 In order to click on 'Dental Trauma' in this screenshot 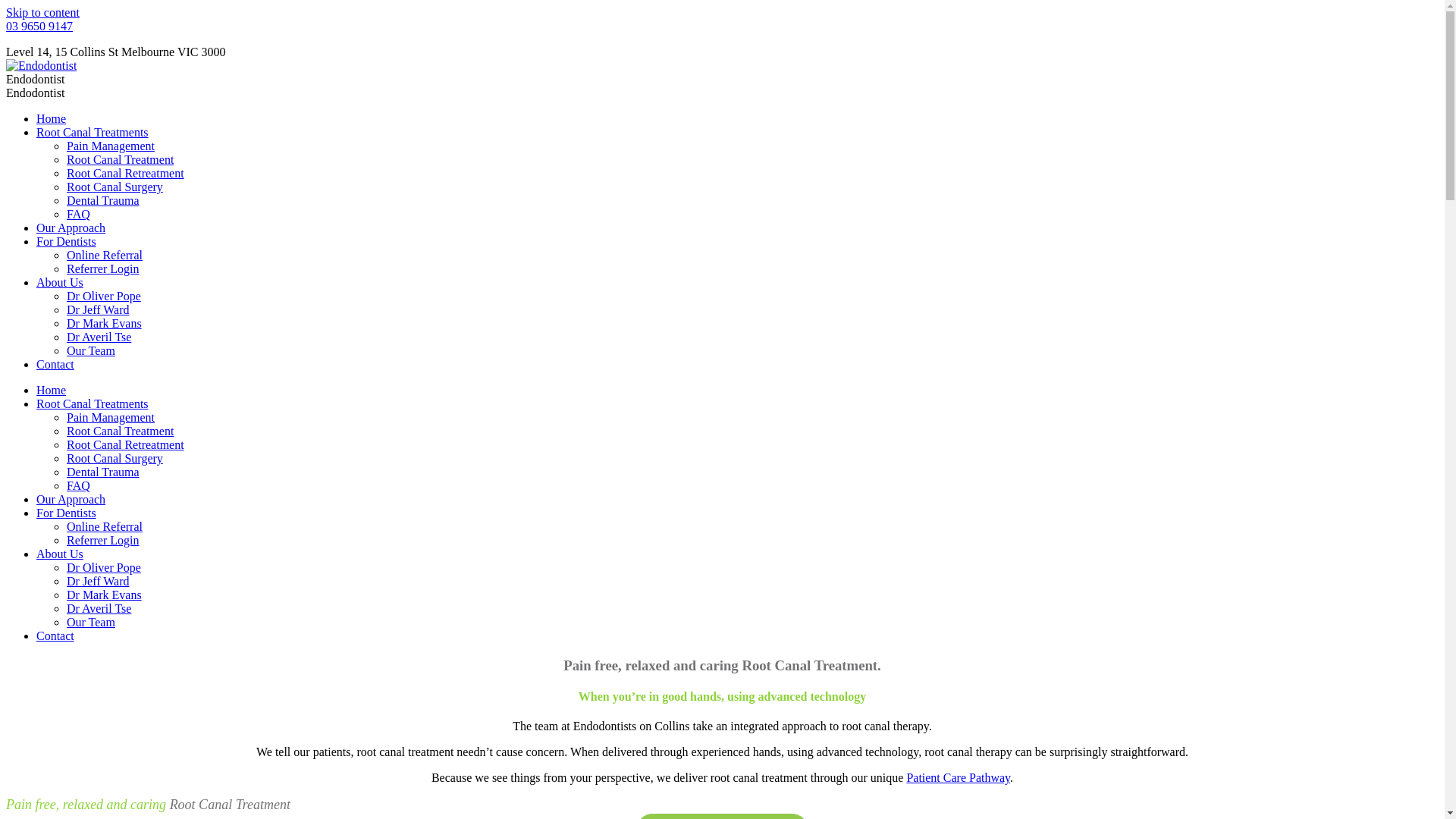, I will do `click(102, 199)`.